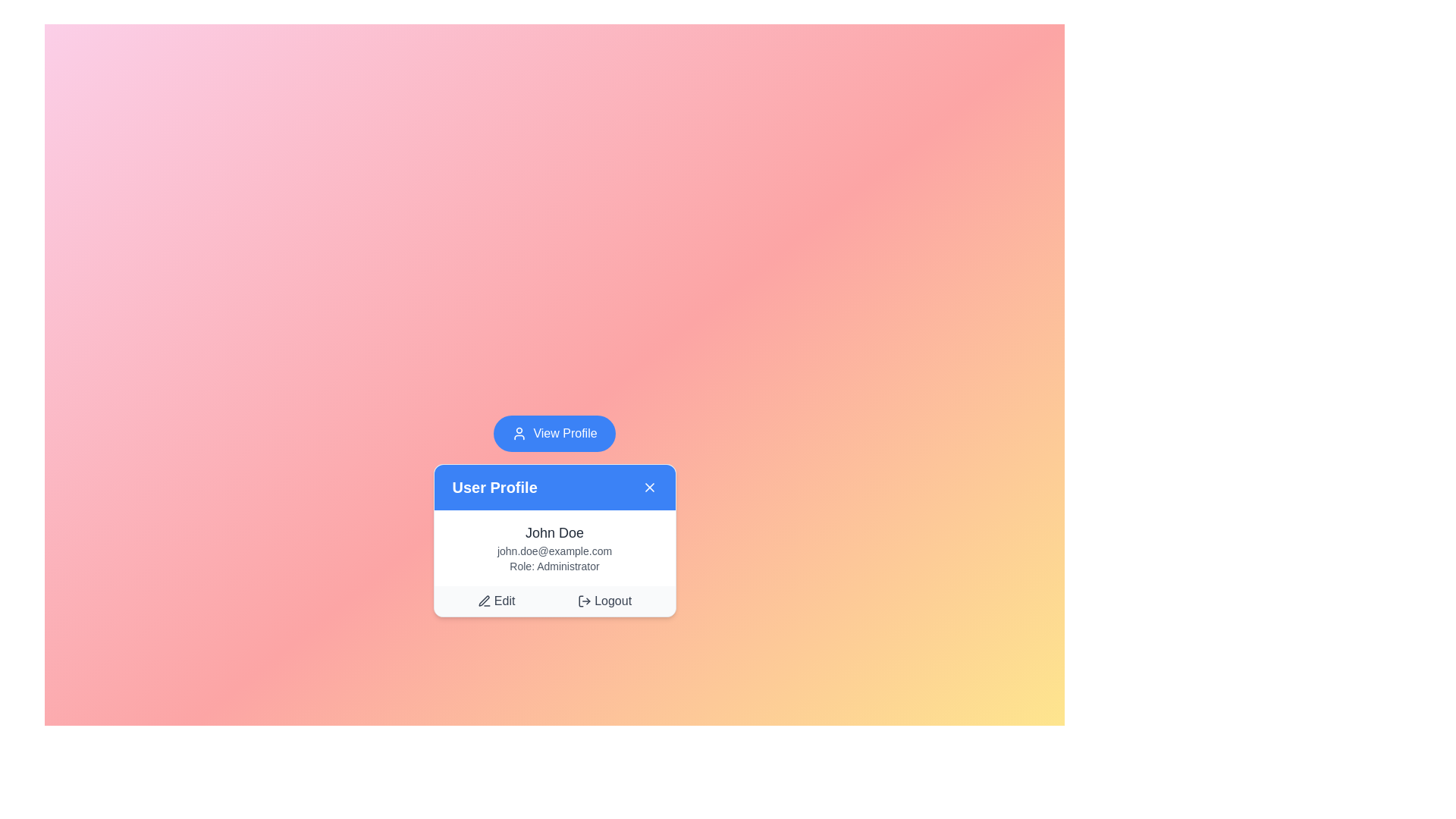  What do you see at coordinates (649, 488) in the screenshot?
I see `the close icon ('X') button located on the far-right side of the blue header bar labeled 'User Profile'` at bounding box center [649, 488].